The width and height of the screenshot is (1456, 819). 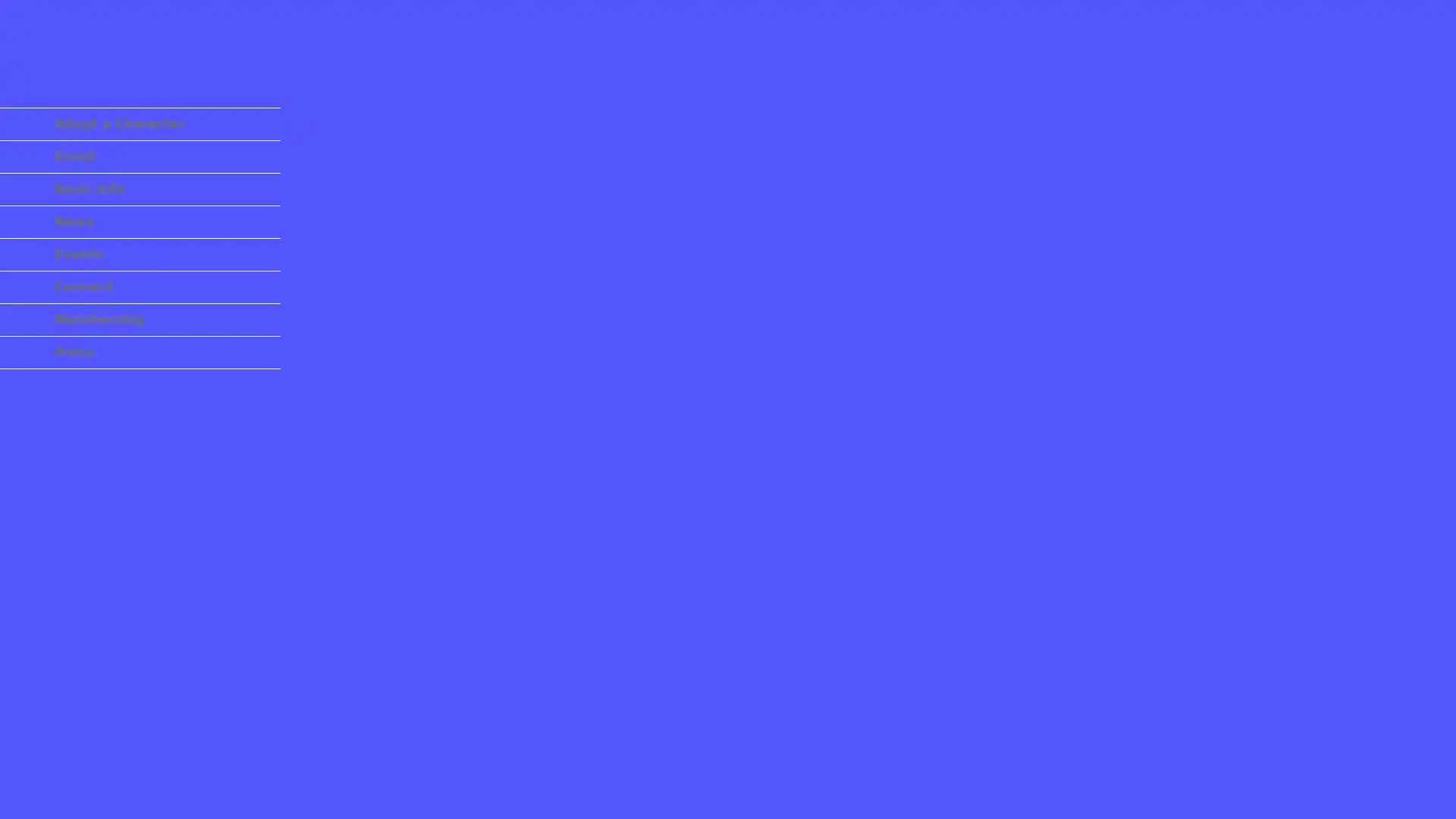 I want to click on U+134C, so click(x=689, y=650).